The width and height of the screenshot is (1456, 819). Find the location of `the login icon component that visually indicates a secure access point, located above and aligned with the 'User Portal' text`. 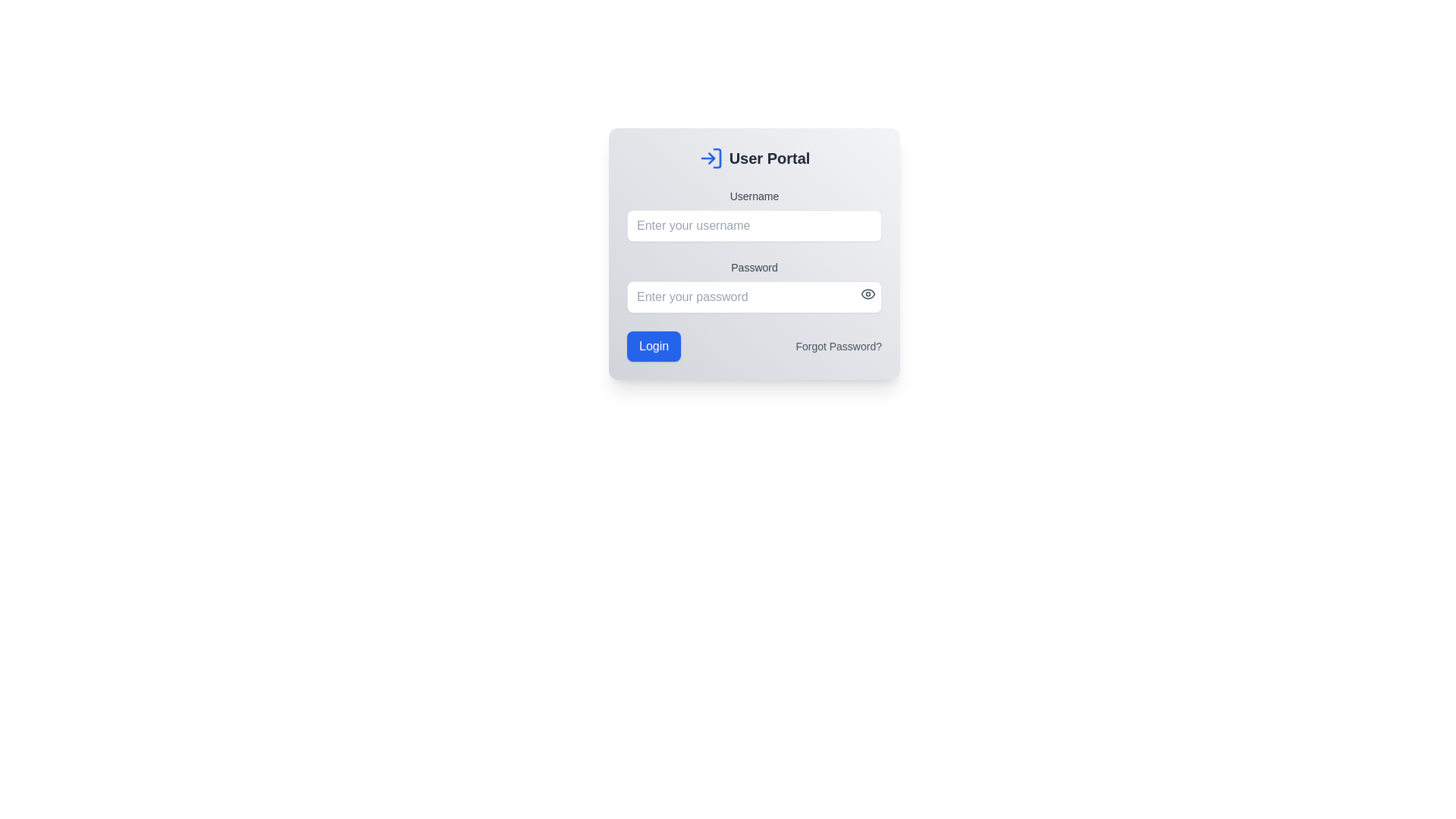

the login icon component that visually indicates a secure access point, located above and aligned with the 'User Portal' text is located at coordinates (716, 158).